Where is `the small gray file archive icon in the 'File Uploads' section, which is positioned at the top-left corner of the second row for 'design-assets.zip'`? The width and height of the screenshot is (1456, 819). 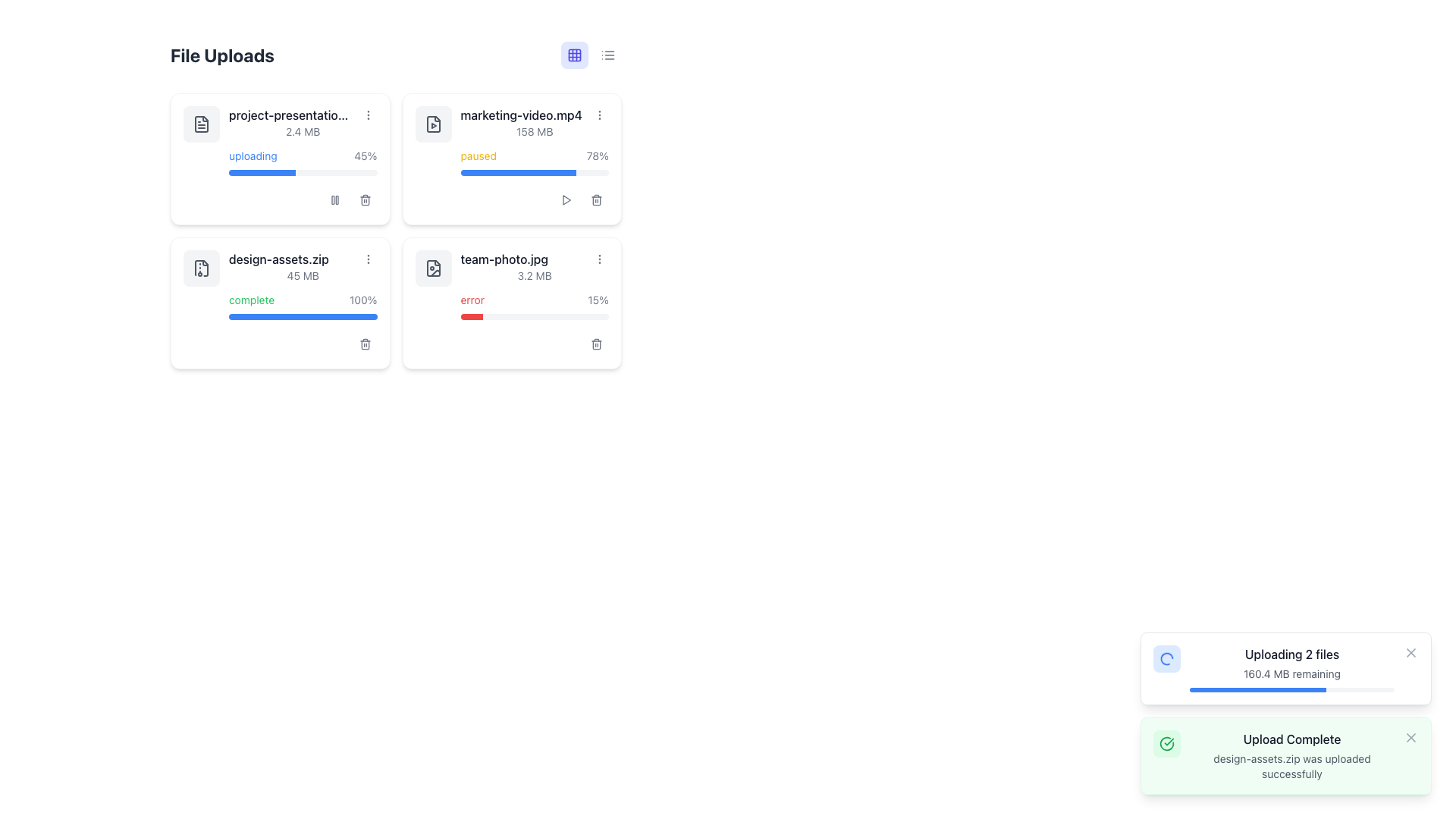 the small gray file archive icon in the 'File Uploads' section, which is positioned at the top-left corner of the second row for 'design-assets.zip' is located at coordinates (200, 268).